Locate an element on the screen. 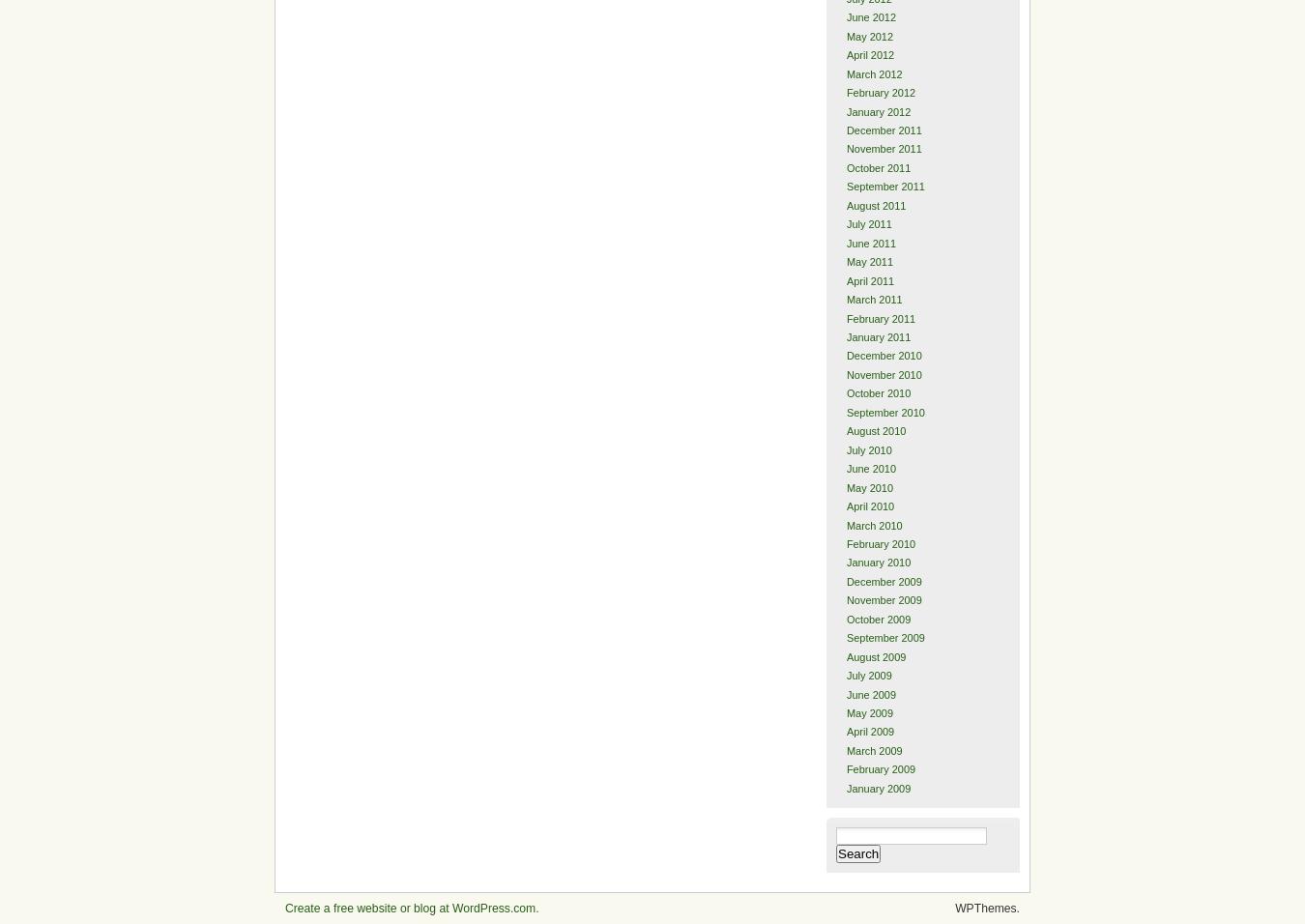  'January 2012' is located at coordinates (877, 110).